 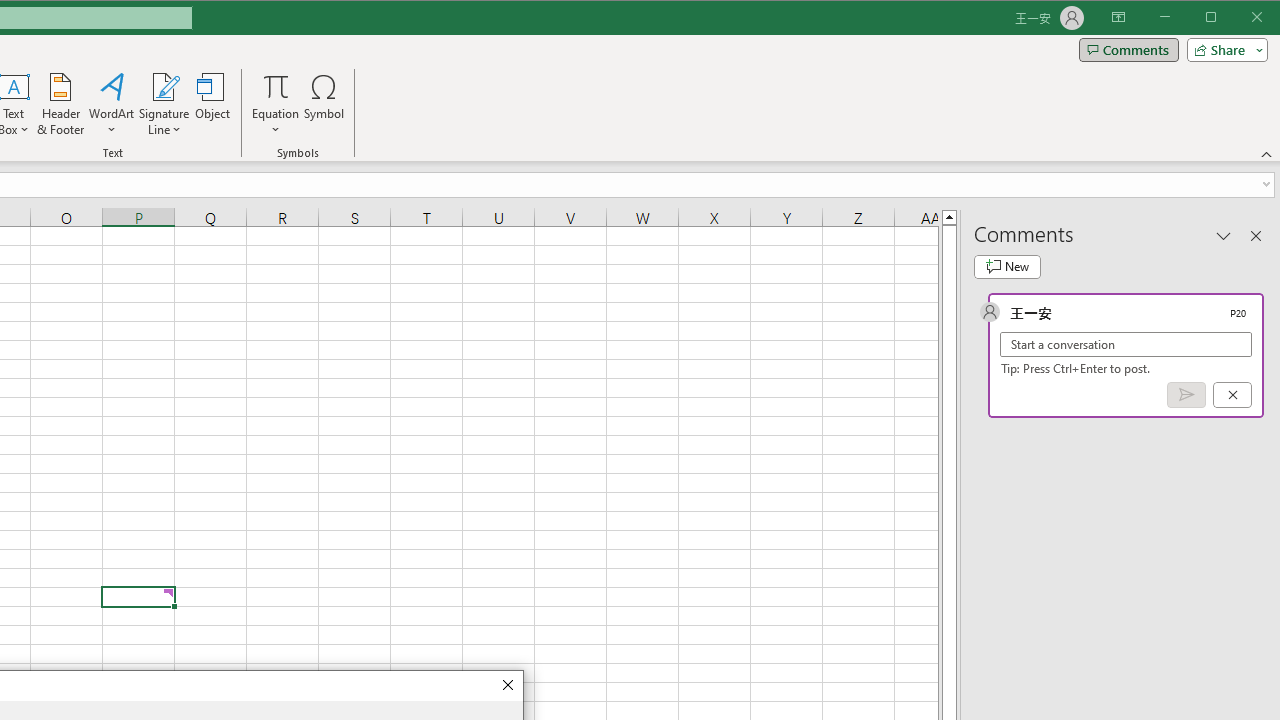 What do you see at coordinates (111, 104) in the screenshot?
I see `'WordArt'` at bounding box center [111, 104].